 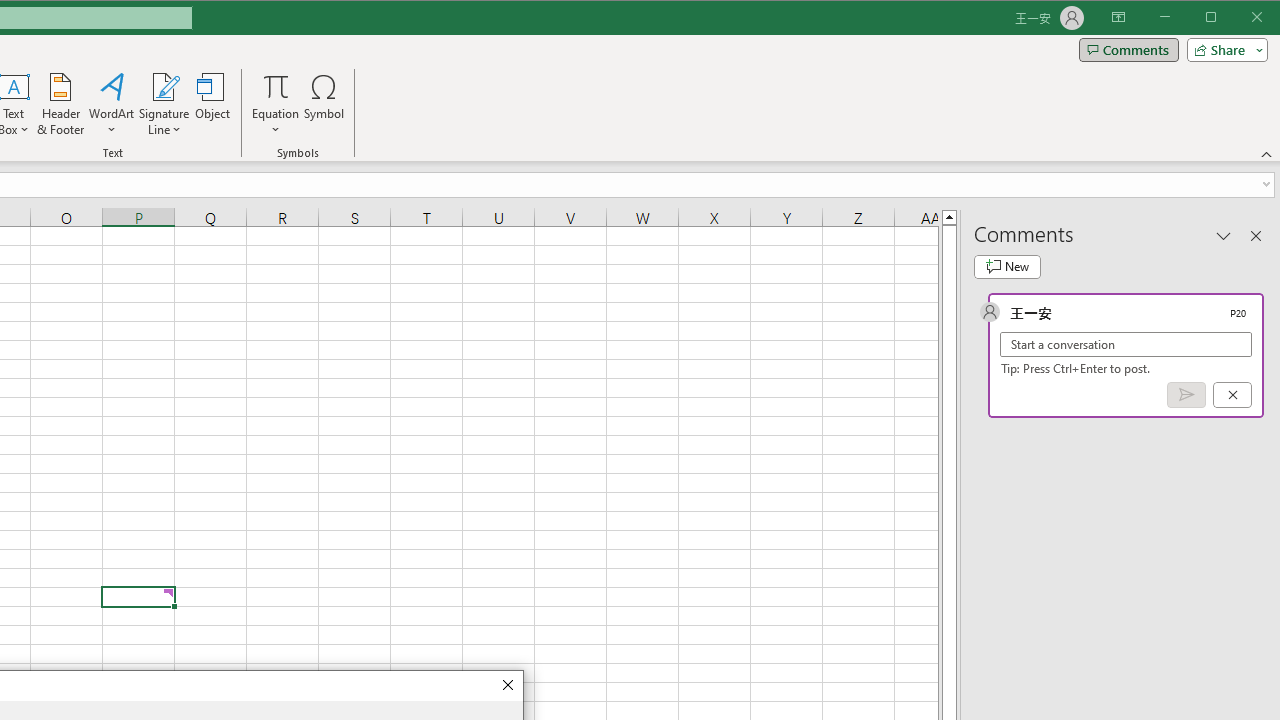 What do you see at coordinates (111, 104) in the screenshot?
I see `'WordArt'` at bounding box center [111, 104].